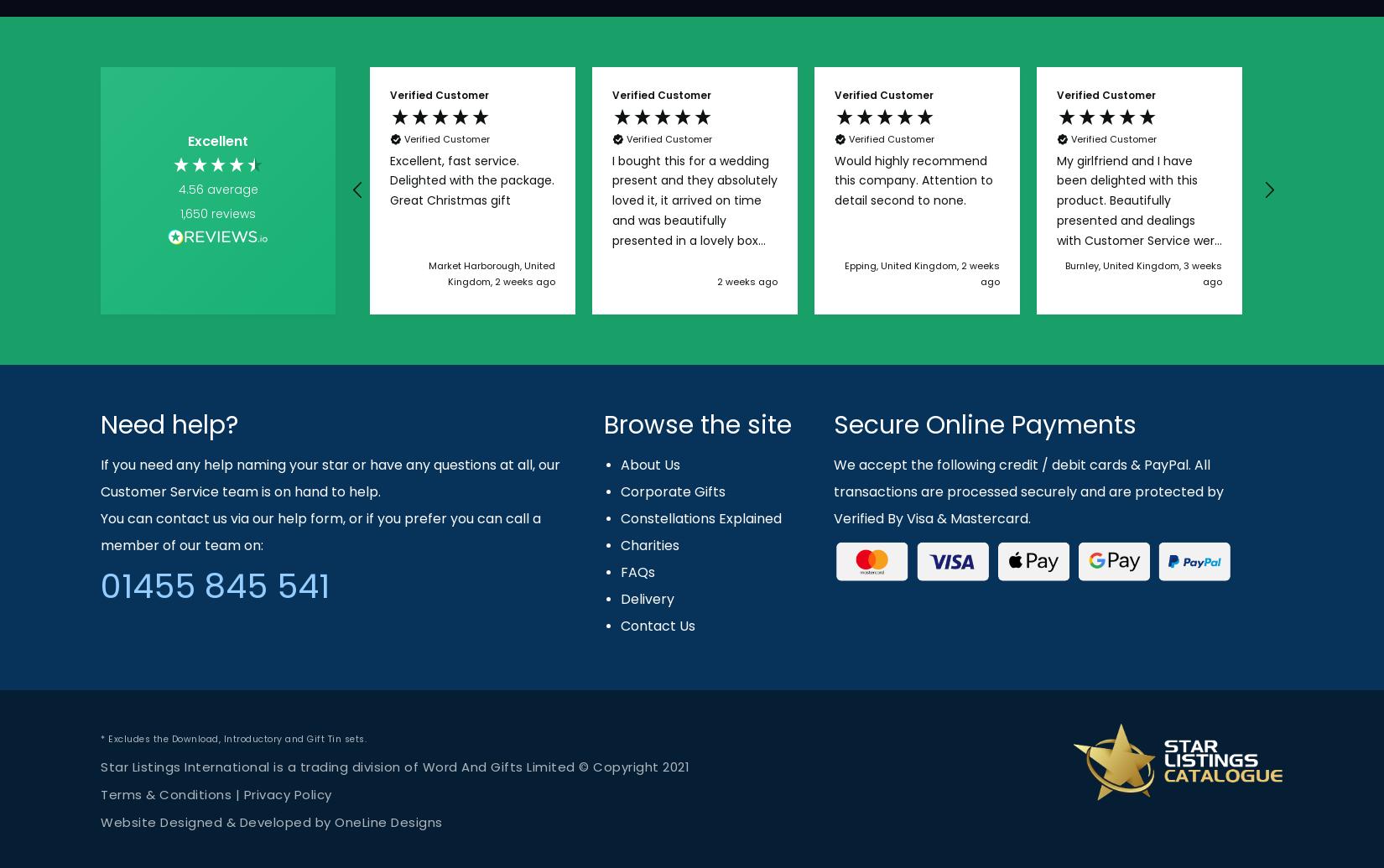  What do you see at coordinates (172, 424) in the screenshot?
I see `'Need help?'` at bounding box center [172, 424].